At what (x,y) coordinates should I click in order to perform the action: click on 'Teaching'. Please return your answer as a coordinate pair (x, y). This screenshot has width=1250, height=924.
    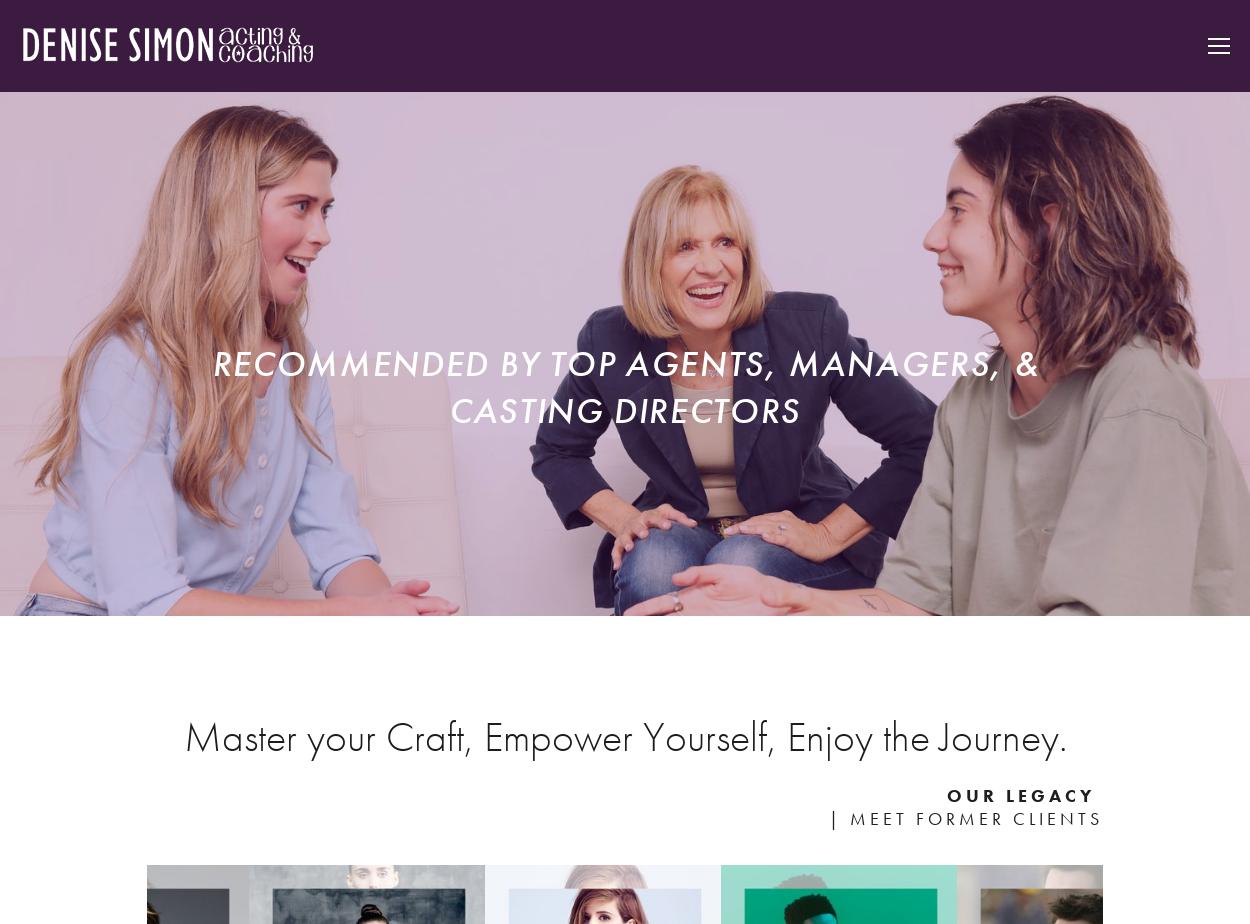
    Looking at the image, I should click on (1076, 104).